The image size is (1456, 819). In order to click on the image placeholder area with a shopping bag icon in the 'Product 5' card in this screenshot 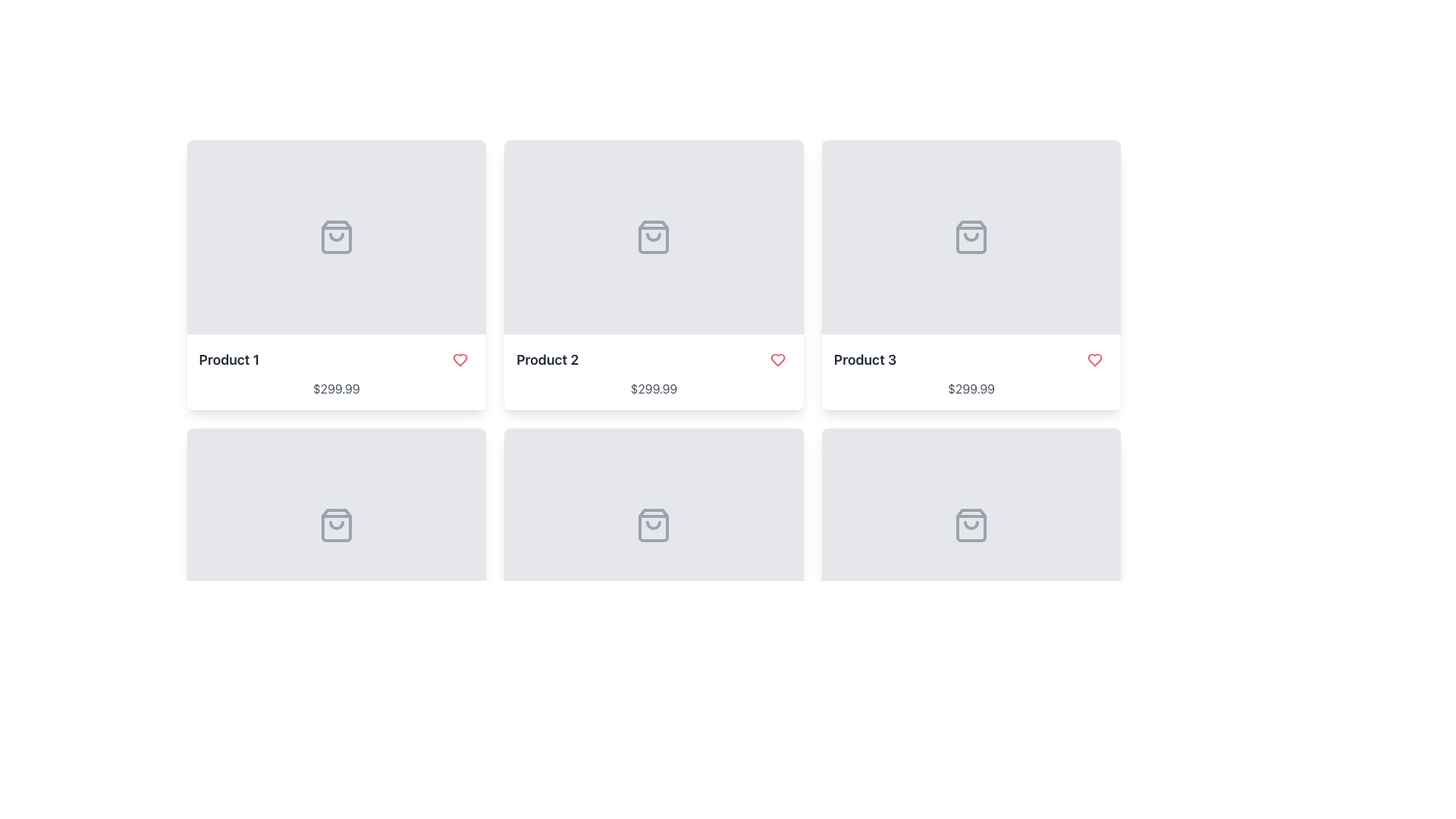, I will do `click(654, 525)`.